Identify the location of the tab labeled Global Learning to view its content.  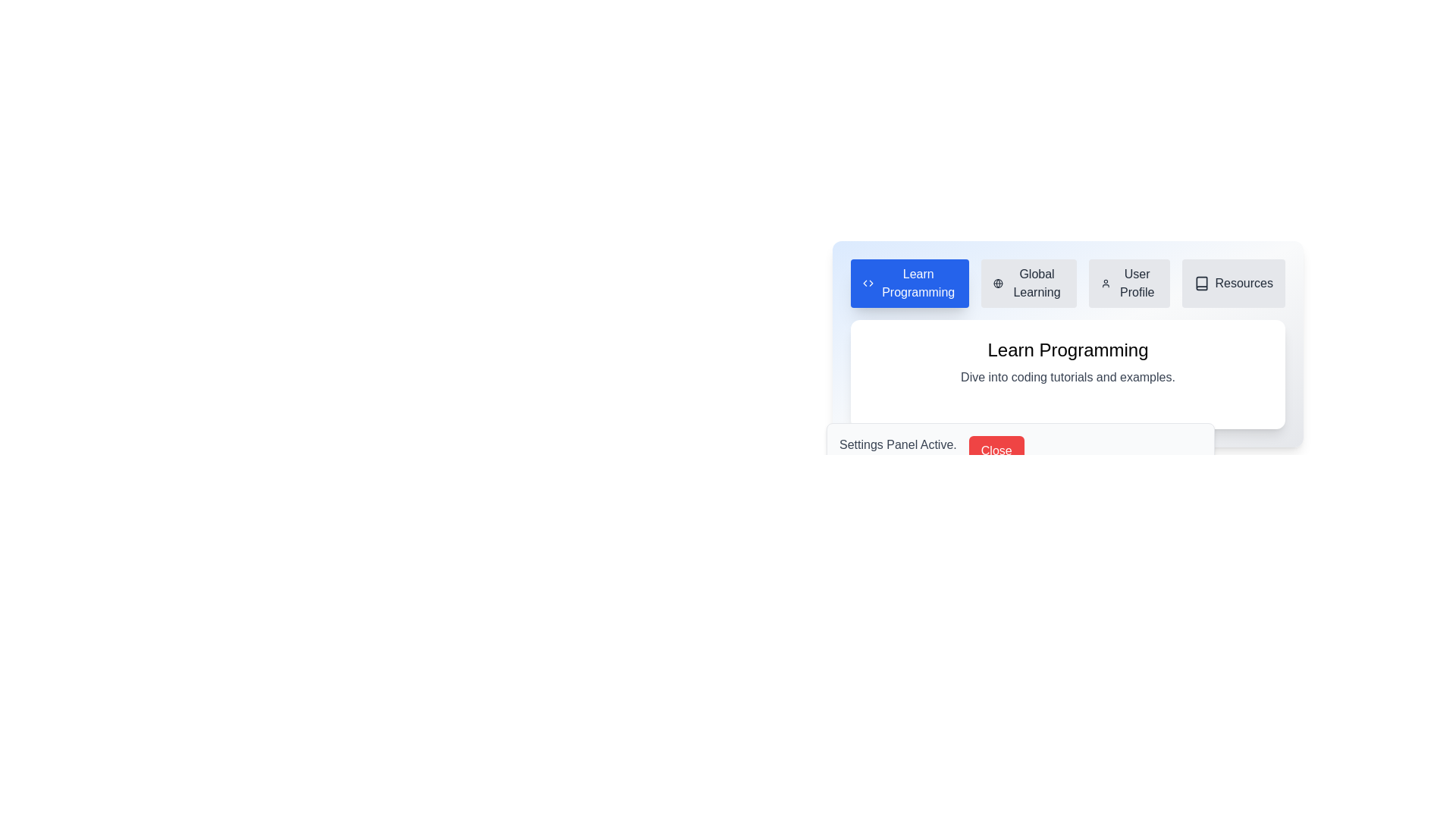
(1029, 284).